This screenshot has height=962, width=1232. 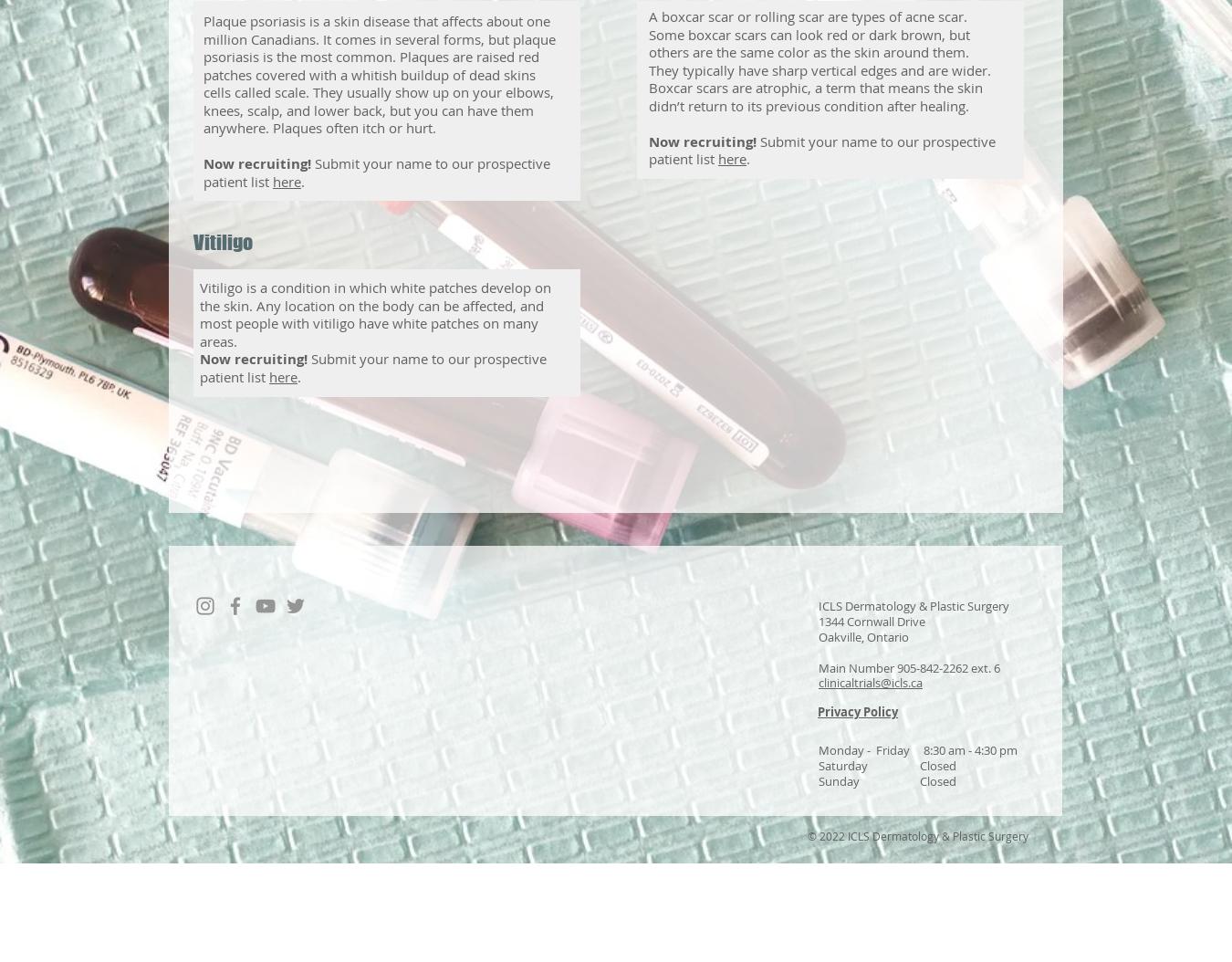 I want to click on 'Privacy Policy', so click(x=857, y=711).